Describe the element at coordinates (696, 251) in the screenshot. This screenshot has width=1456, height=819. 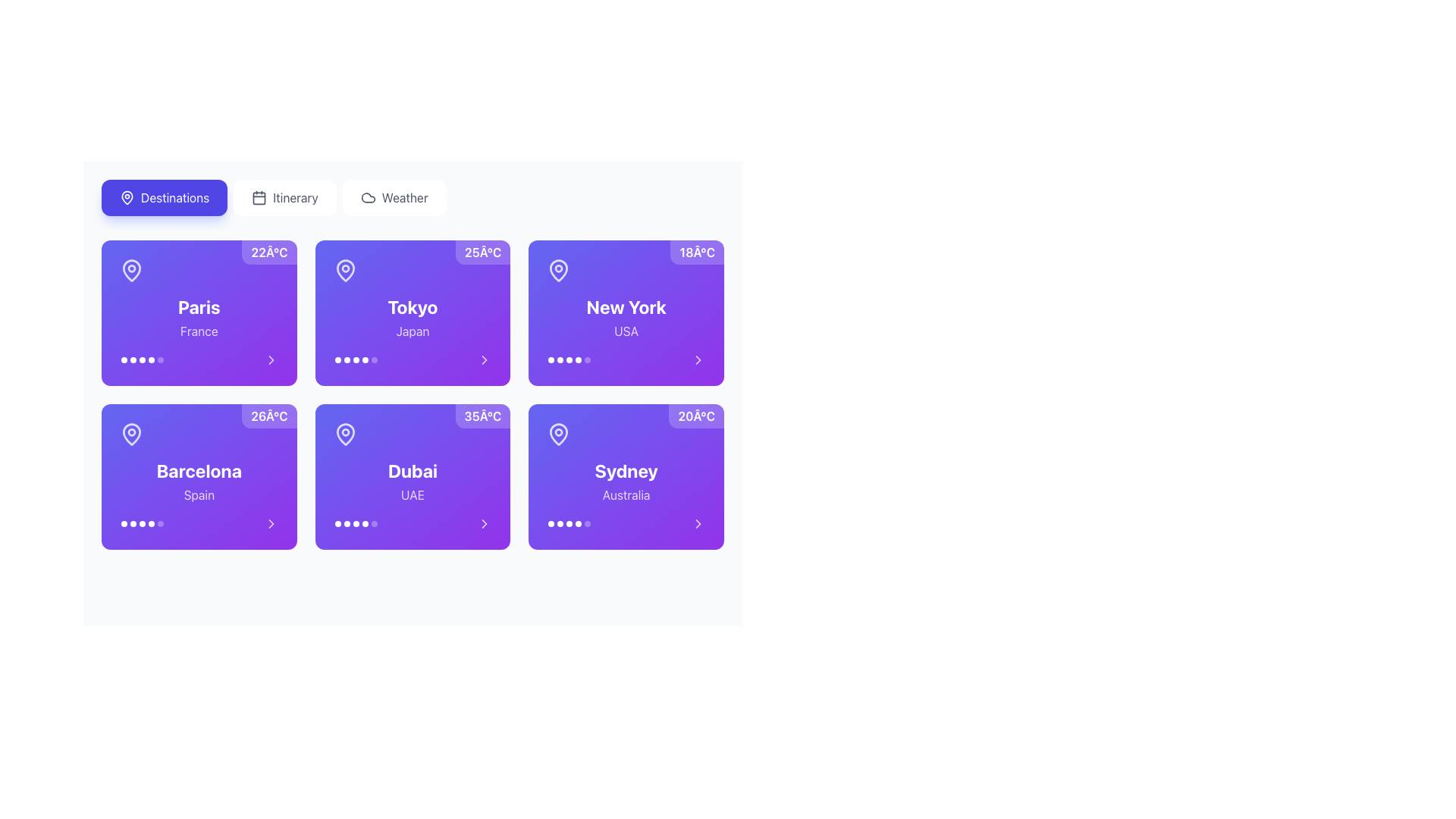
I see `the temperature indicator text label located in the top-right corner of the 'New York' card, which represents the current weather conditions` at that location.